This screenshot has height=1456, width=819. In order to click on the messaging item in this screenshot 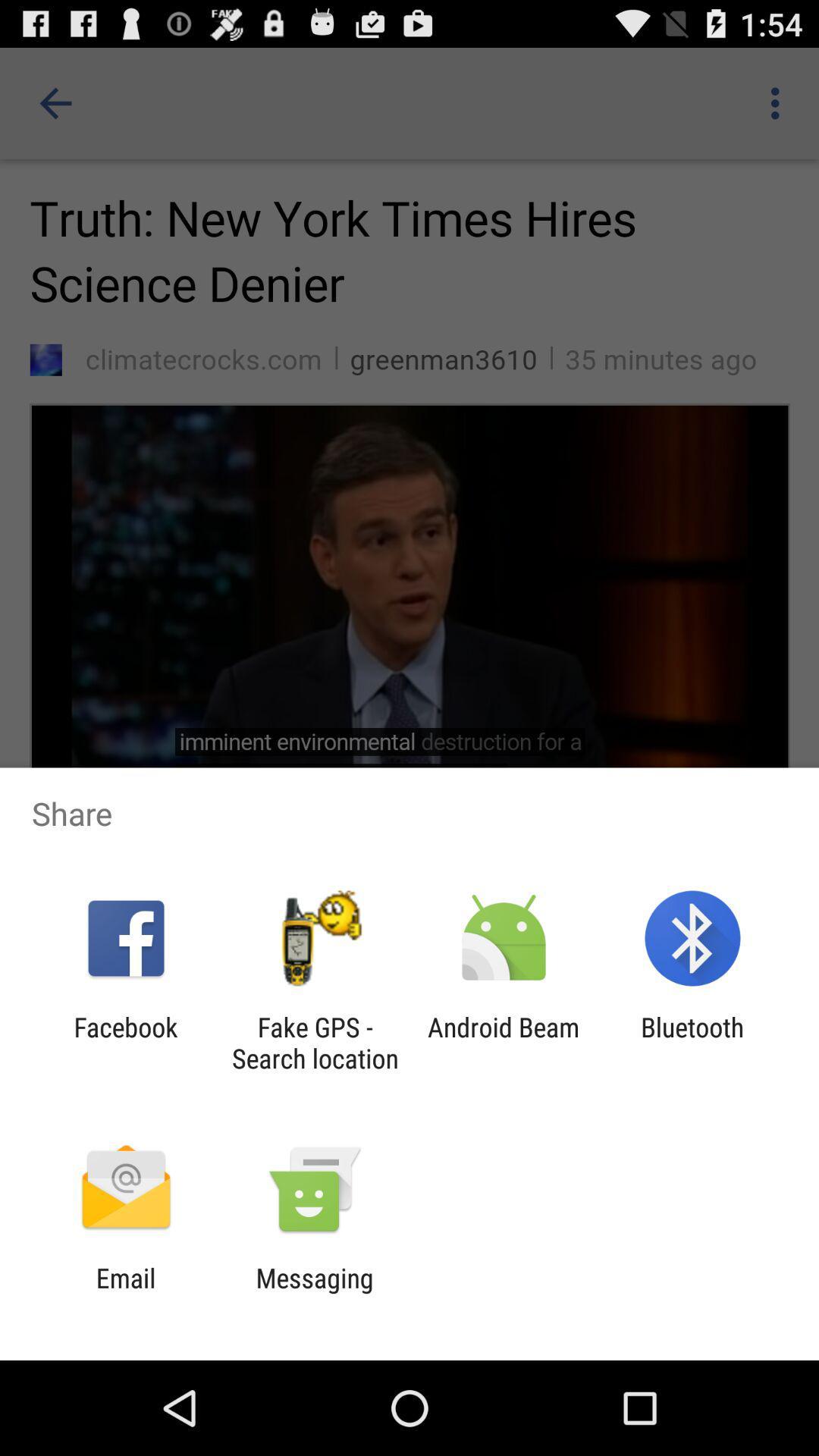, I will do `click(314, 1293)`.